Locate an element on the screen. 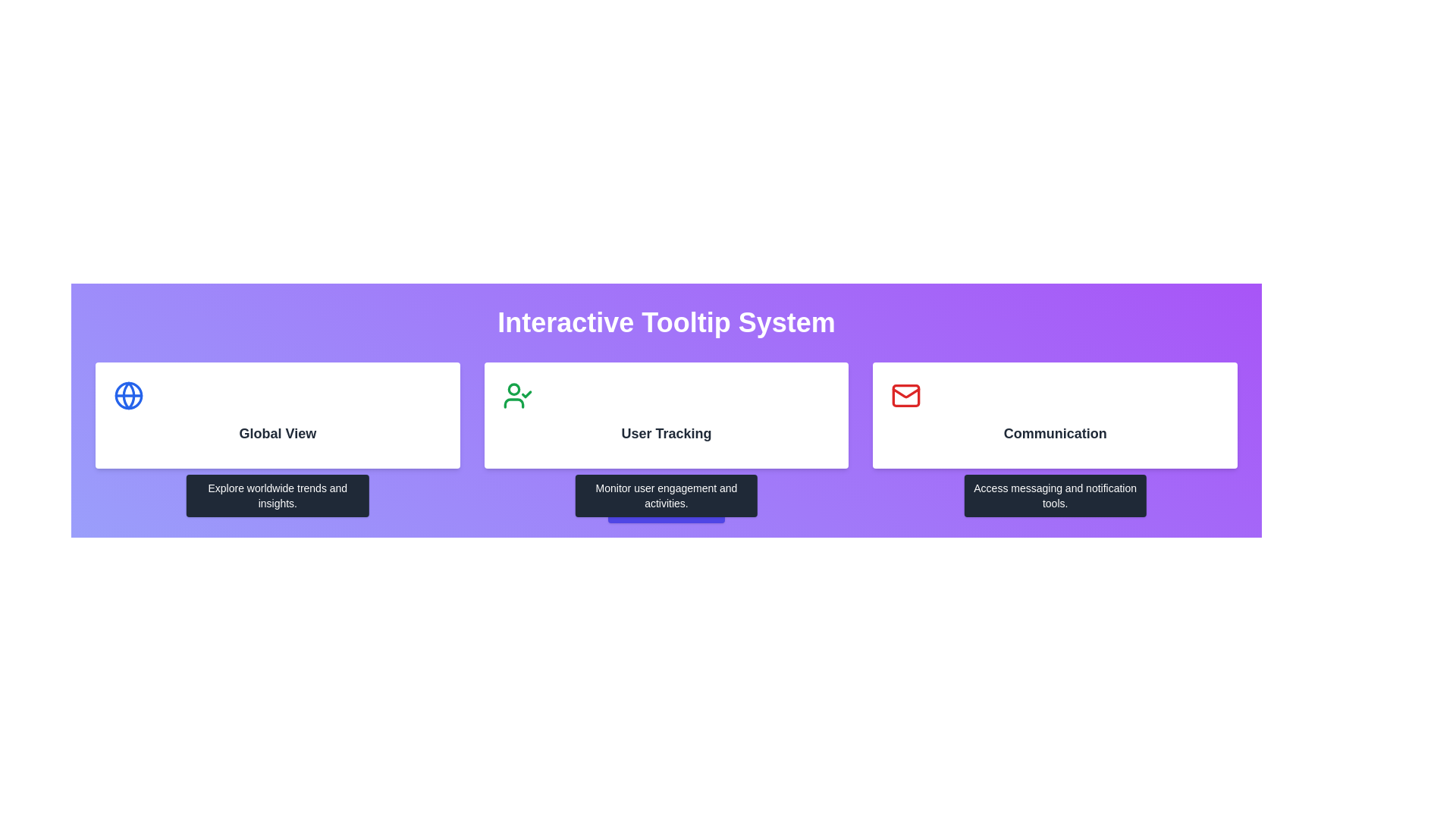  displayed text from the informational tooltip located directly underneath the 'User Tracking' card in the 'Interactive Tooltip System' interface is located at coordinates (666, 496).